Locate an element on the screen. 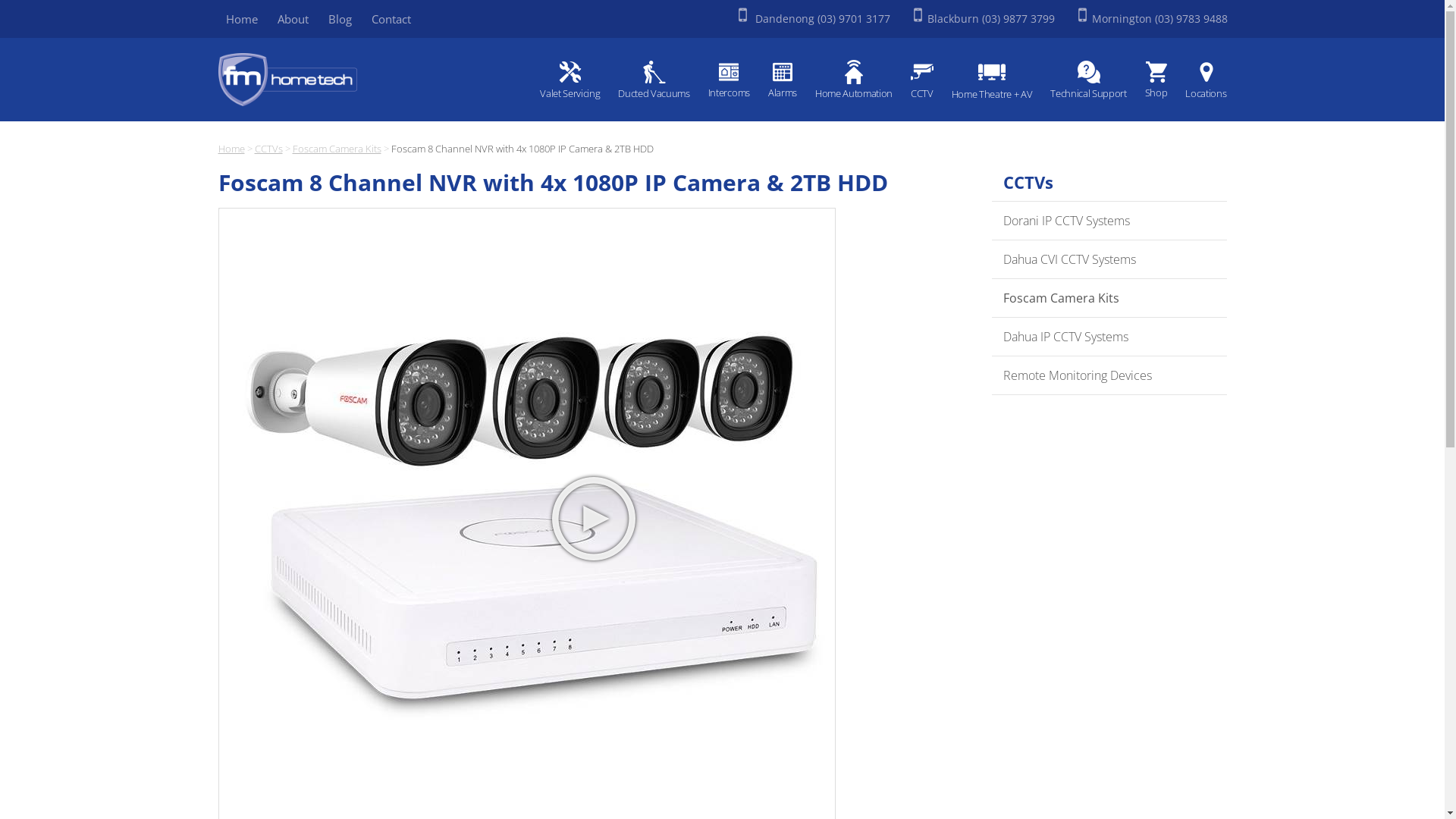 The width and height of the screenshot is (1456, 819). 'Valet Servicing' is located at coordinates (569, 81).